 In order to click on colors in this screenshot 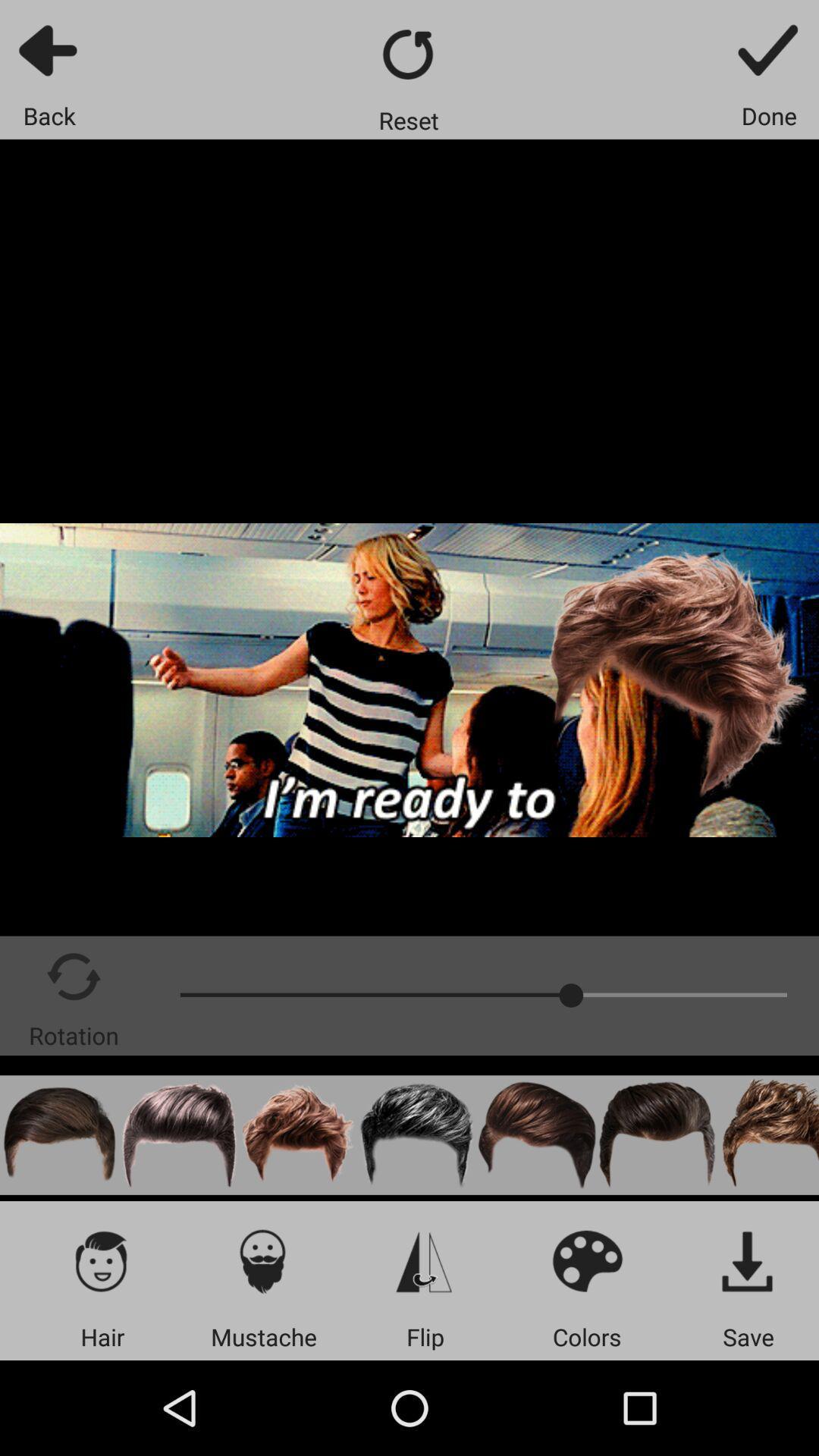, I will do `click(586, 1260)`.